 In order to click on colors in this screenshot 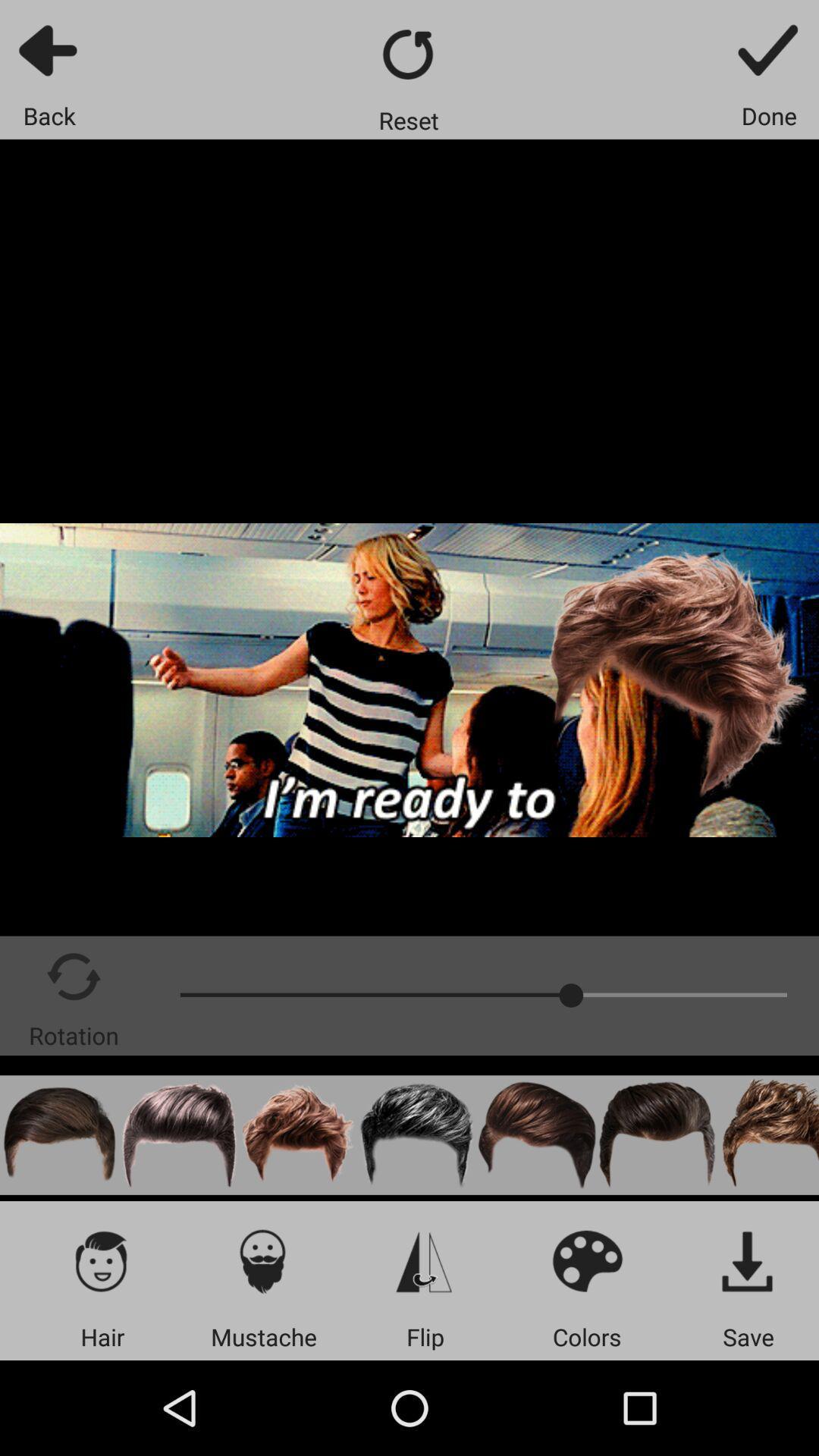, I will do `click(586, 1260)`.